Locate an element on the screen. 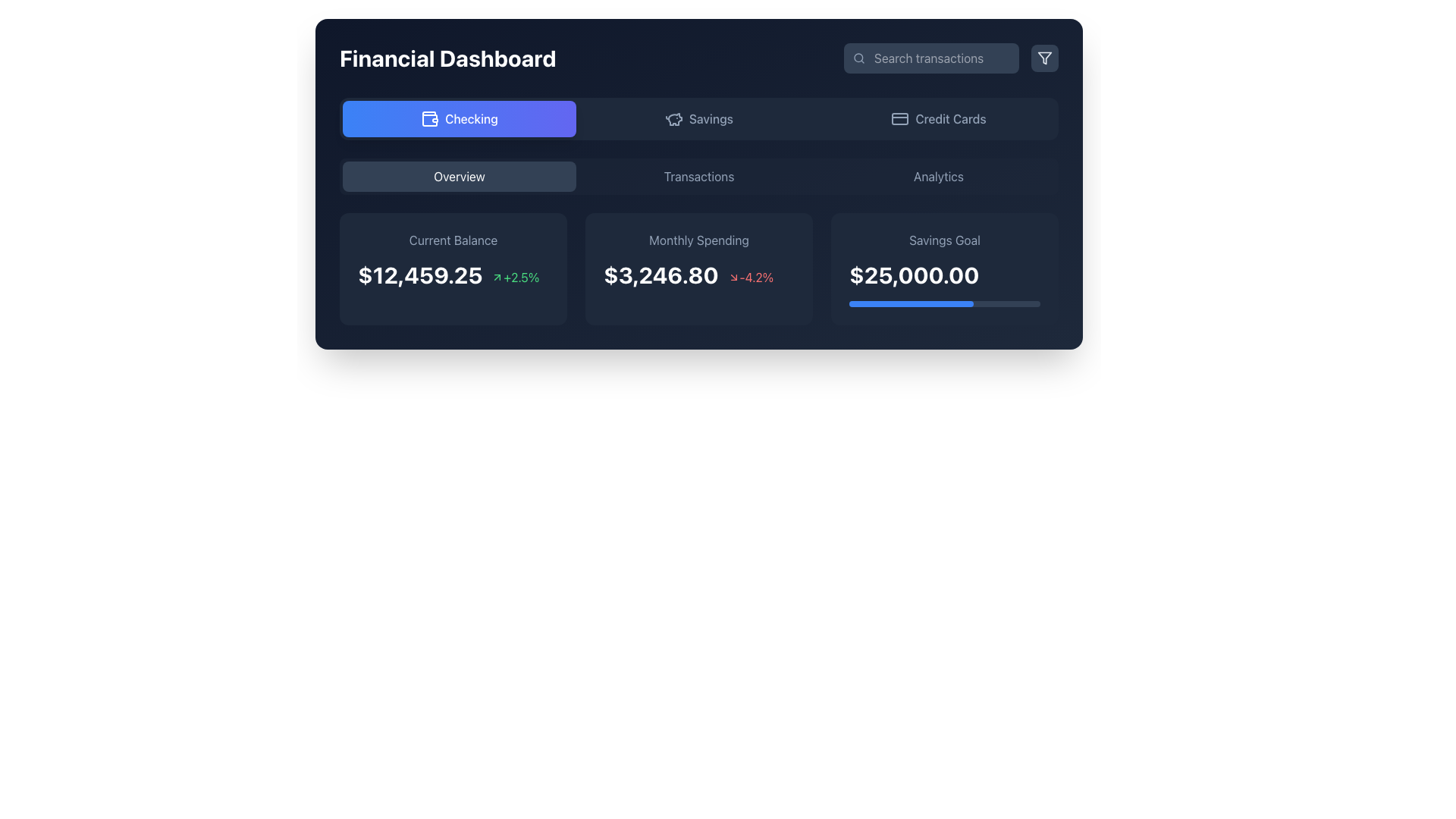 The width and height of the screenshot is (1456, 819). the Text label that provides context to the user's current financial balance located in the 'Checking' tab interface, specifically inside the leftmost card, positioned at the top of the card above the monetary value '$12,459.25' is located at coordinates (453, 239).